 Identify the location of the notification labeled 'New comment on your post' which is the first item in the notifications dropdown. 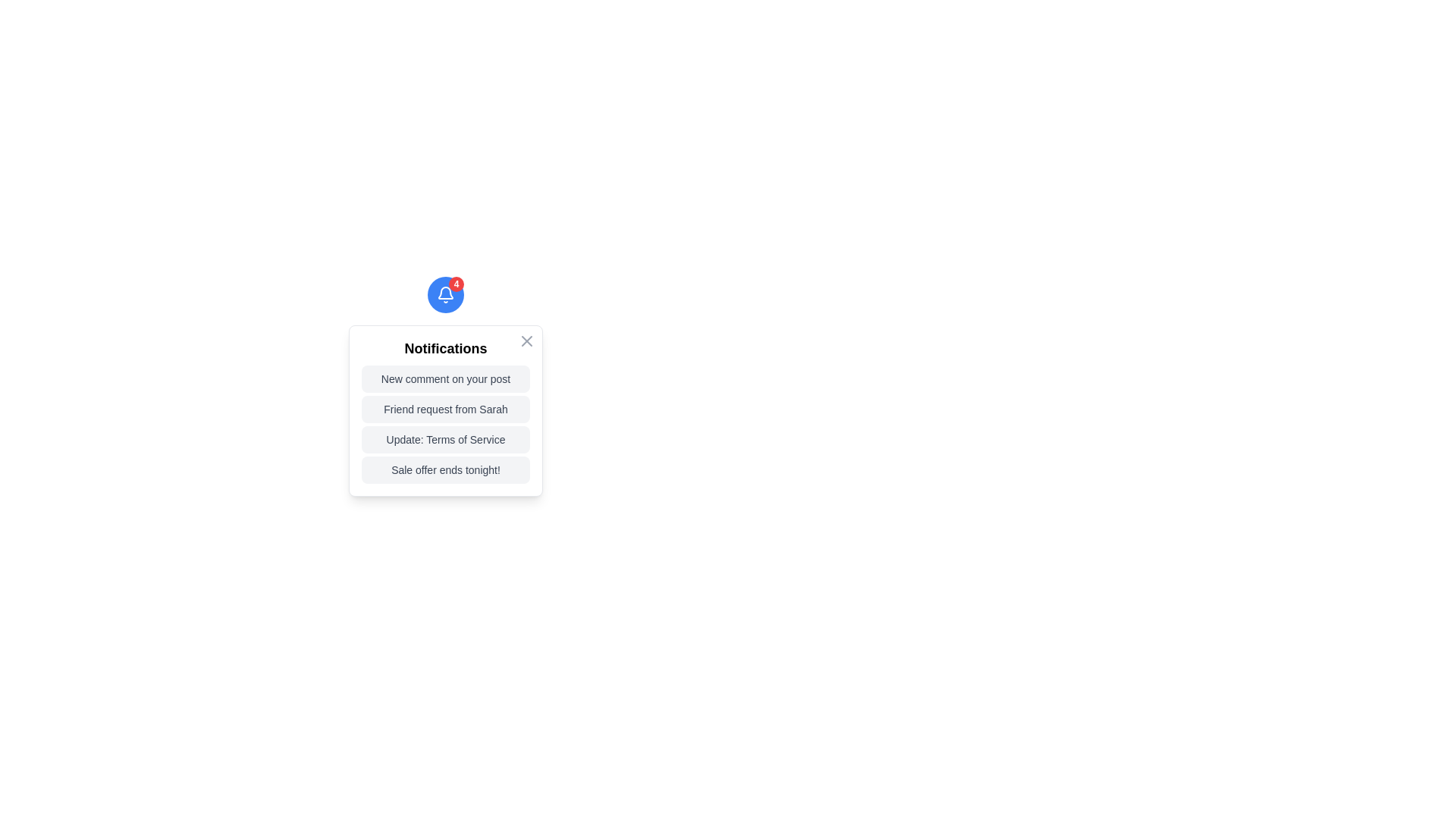
(445, 378).